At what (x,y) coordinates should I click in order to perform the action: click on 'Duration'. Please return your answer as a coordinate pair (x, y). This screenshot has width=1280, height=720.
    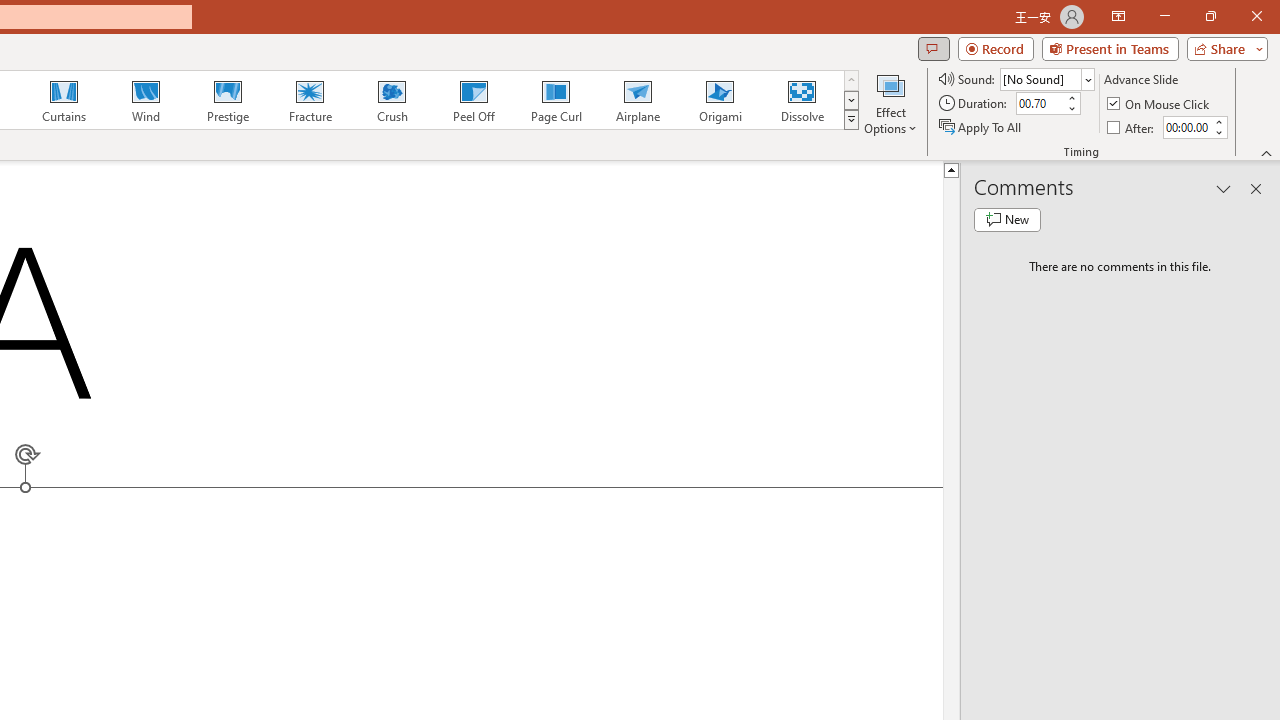
    Looking at the image, I should click on (1040, 103).